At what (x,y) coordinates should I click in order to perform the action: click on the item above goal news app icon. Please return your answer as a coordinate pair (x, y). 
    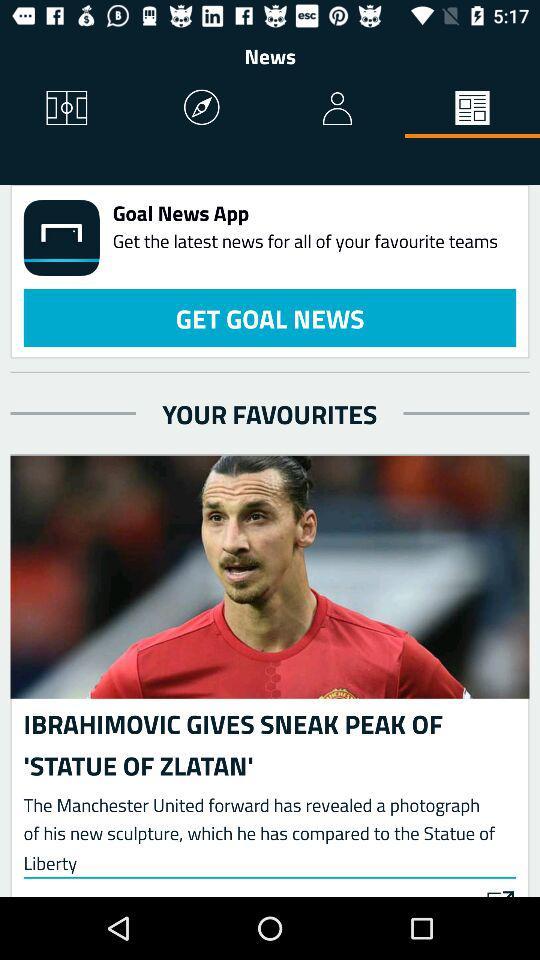
    Looking at the image, I should click on (472, 109).